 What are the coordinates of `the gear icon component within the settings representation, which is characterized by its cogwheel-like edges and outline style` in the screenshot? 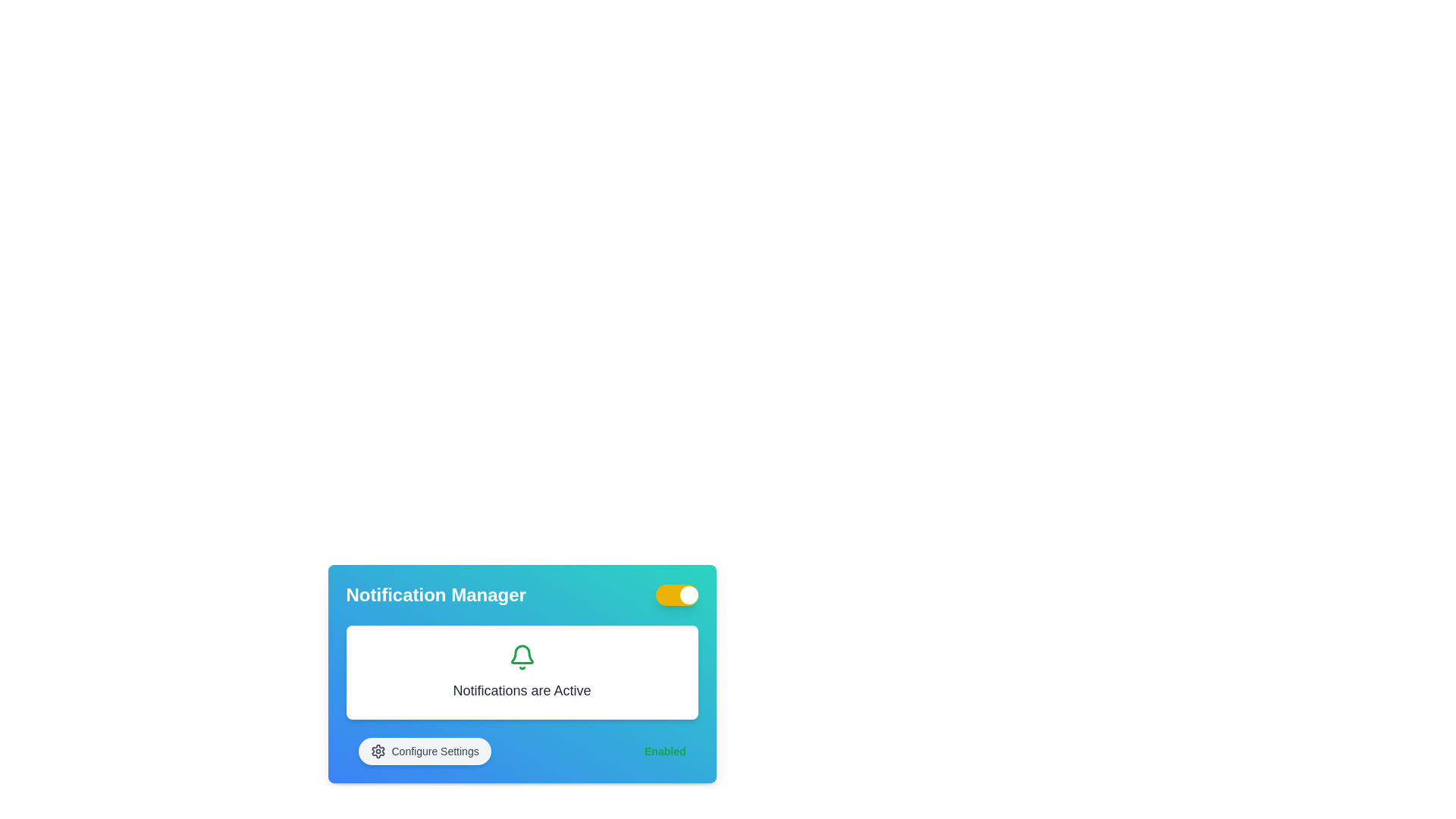 It's located at (378, 752).